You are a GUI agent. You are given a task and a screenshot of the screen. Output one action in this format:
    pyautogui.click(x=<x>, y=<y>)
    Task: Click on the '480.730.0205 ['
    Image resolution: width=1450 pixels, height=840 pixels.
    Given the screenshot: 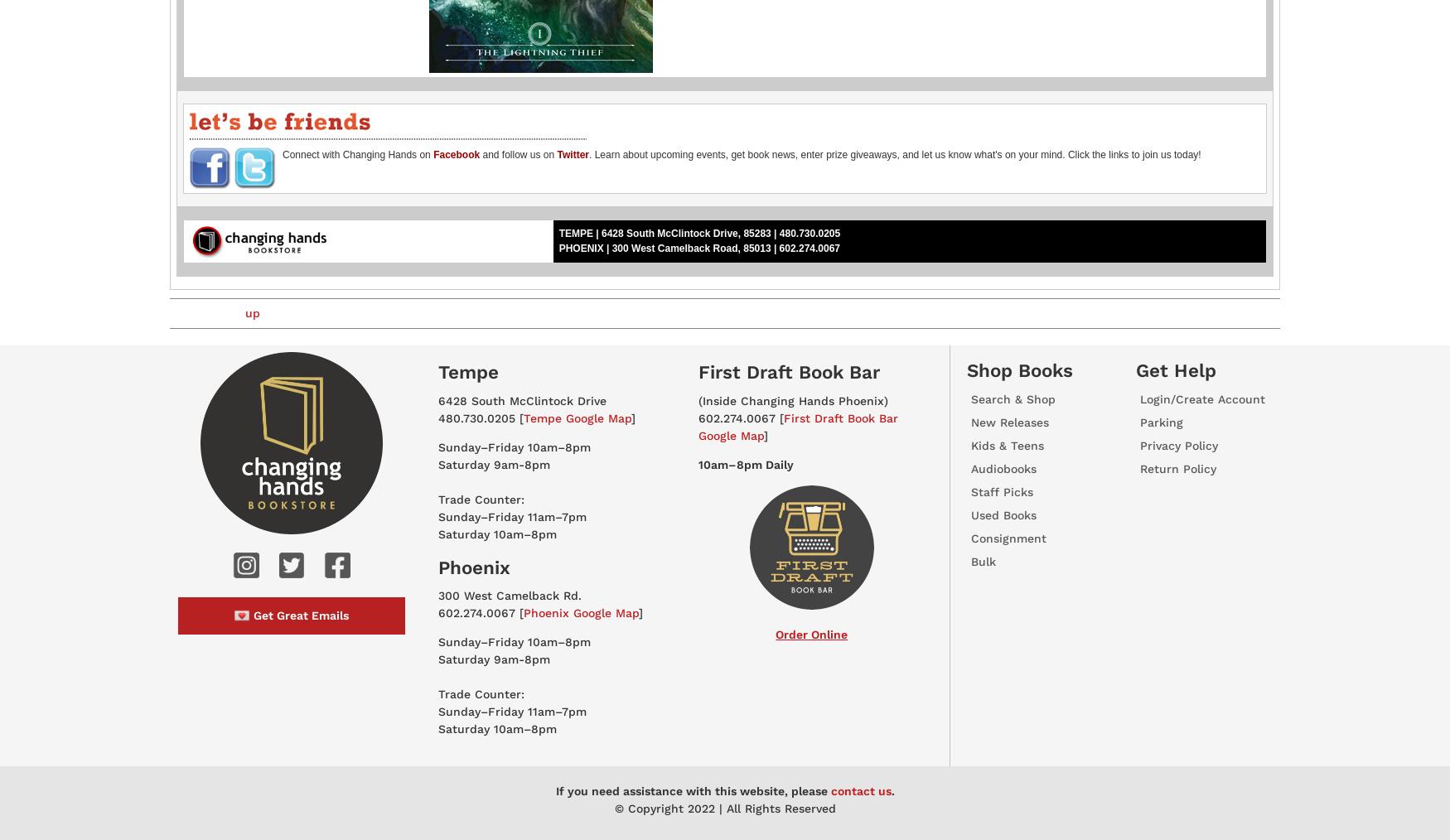 What is the action you would take?
    pyautogui.click(x=480, y=417)
    